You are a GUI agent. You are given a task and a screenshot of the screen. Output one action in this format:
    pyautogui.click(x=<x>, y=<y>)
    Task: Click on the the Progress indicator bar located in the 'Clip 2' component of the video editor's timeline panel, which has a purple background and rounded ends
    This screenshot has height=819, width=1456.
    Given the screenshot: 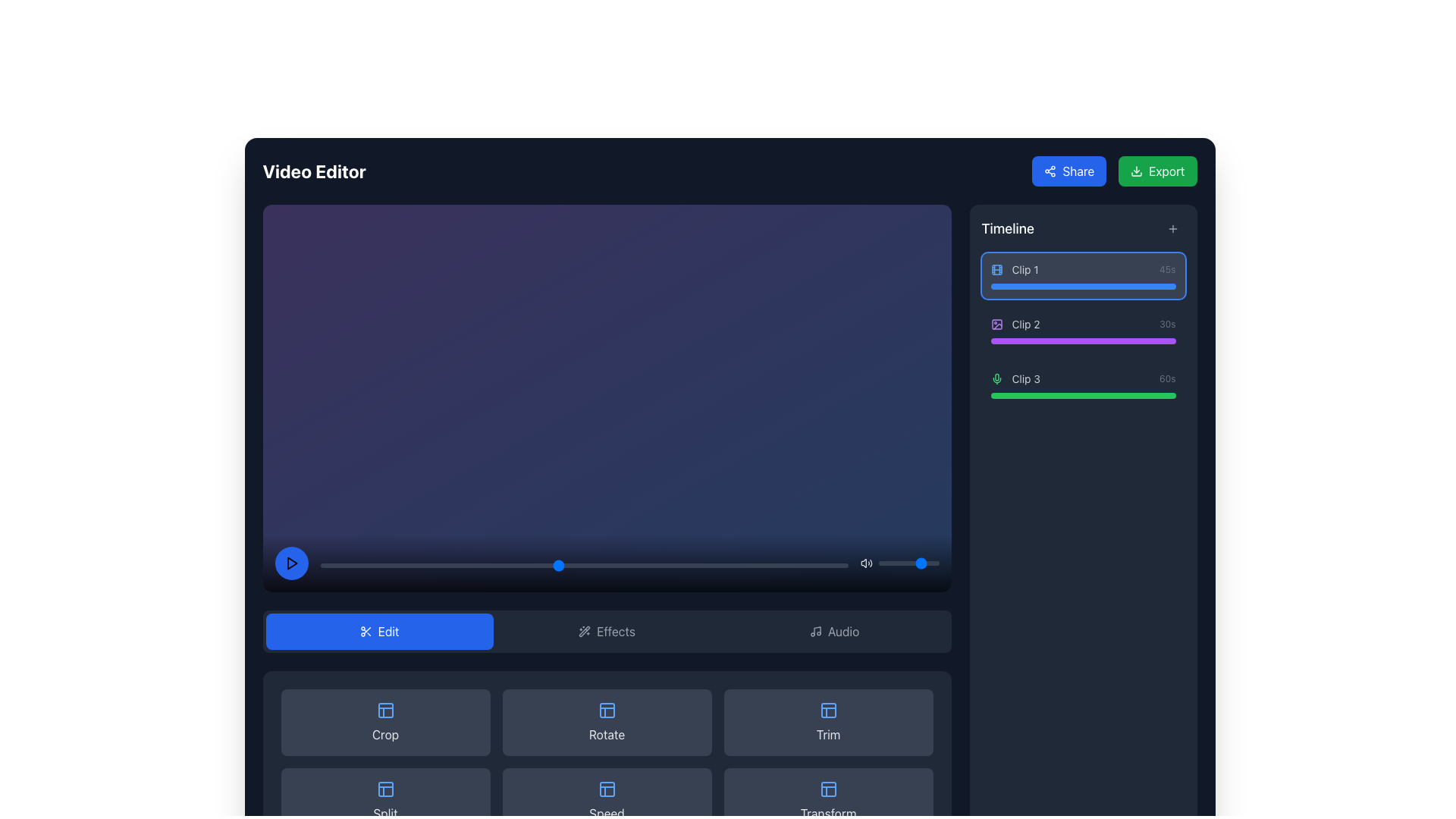 What is the action you would take?
    pyautogui.click(x=1082, y=341)
    